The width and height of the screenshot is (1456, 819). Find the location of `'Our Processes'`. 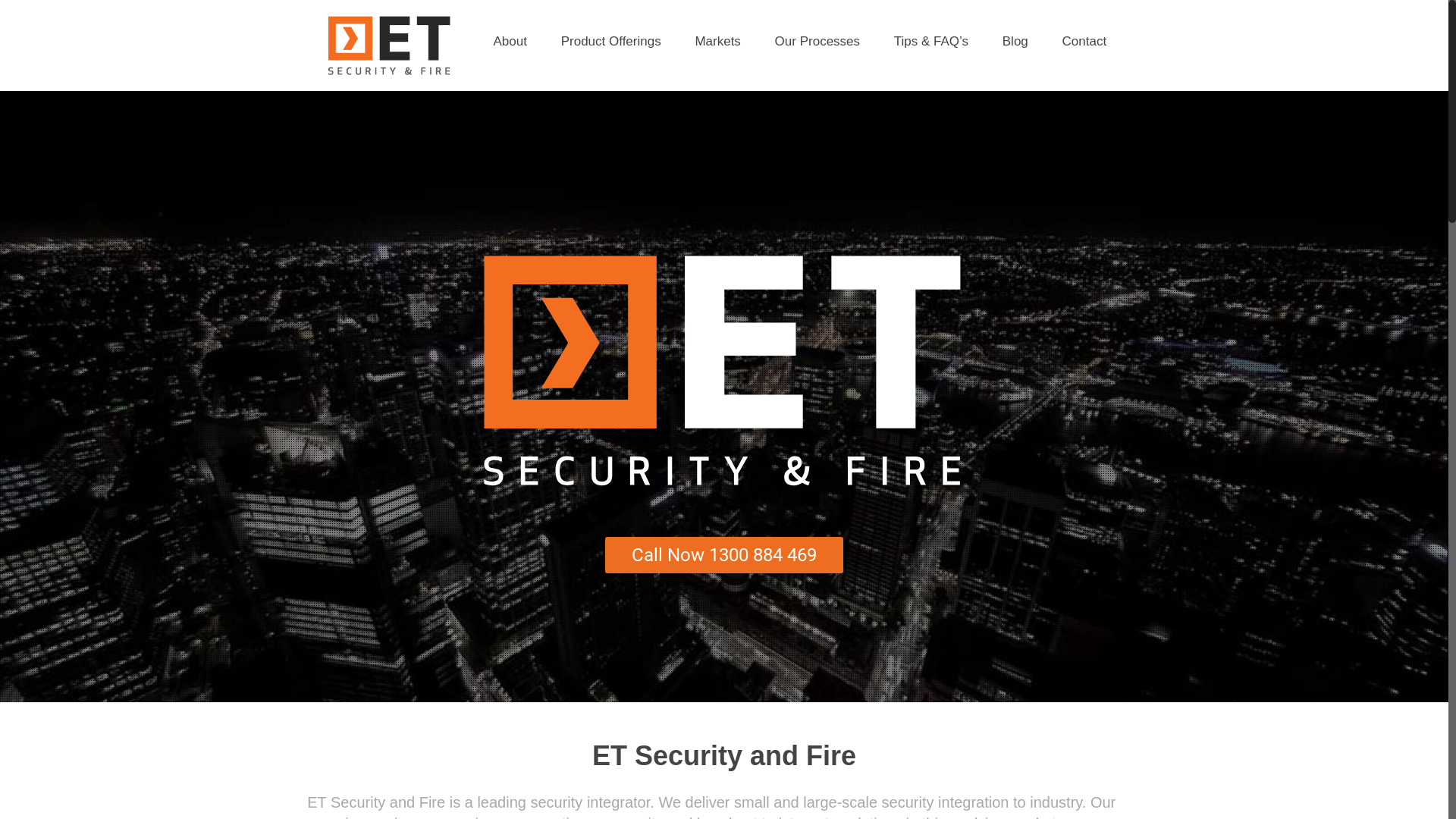

'Our Processes' is located at coordinates (817, 40).